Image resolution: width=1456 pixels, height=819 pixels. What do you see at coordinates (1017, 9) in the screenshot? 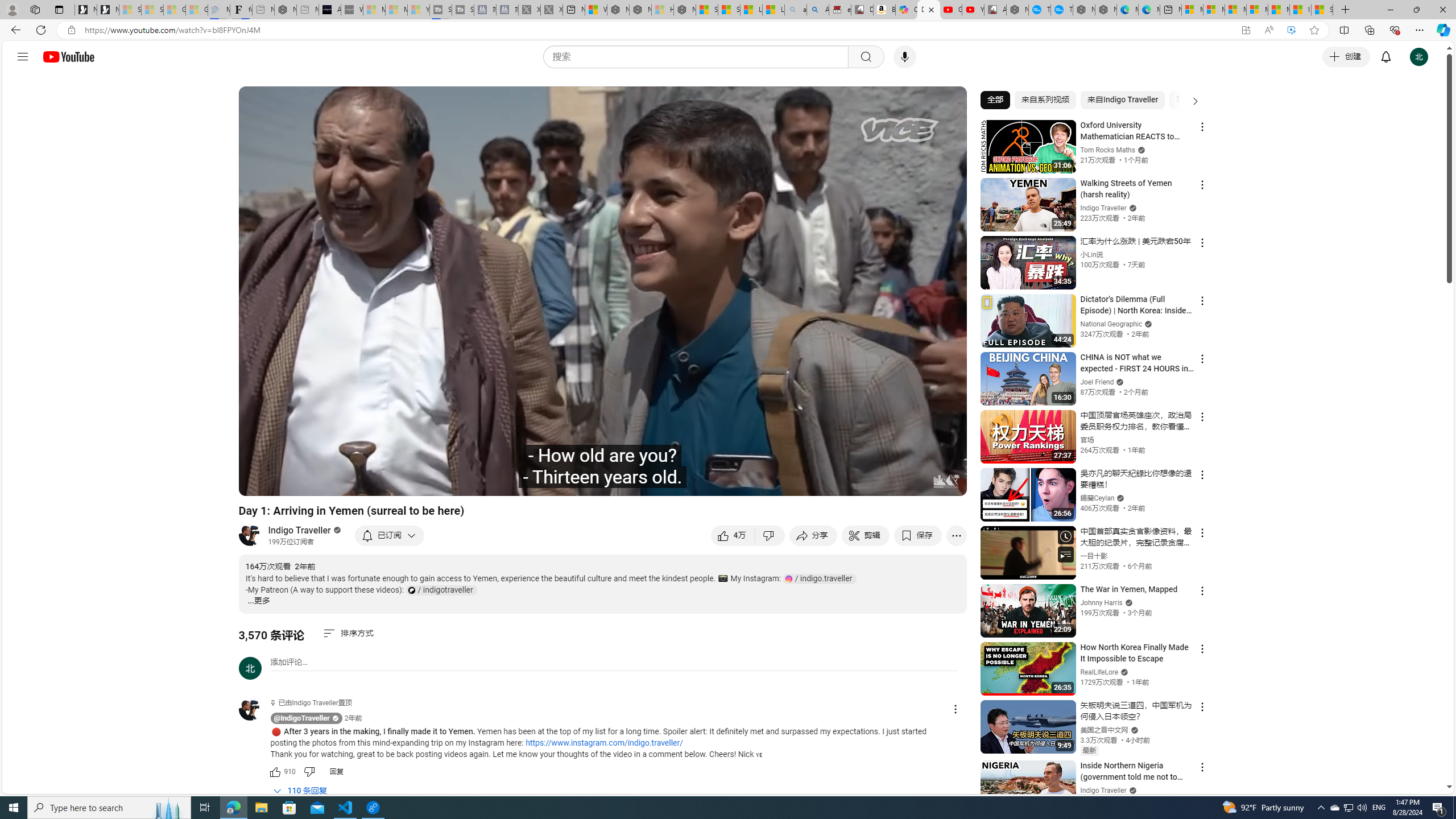
I see `'Nordace - My Account'` at bounding box center [1017, 9].